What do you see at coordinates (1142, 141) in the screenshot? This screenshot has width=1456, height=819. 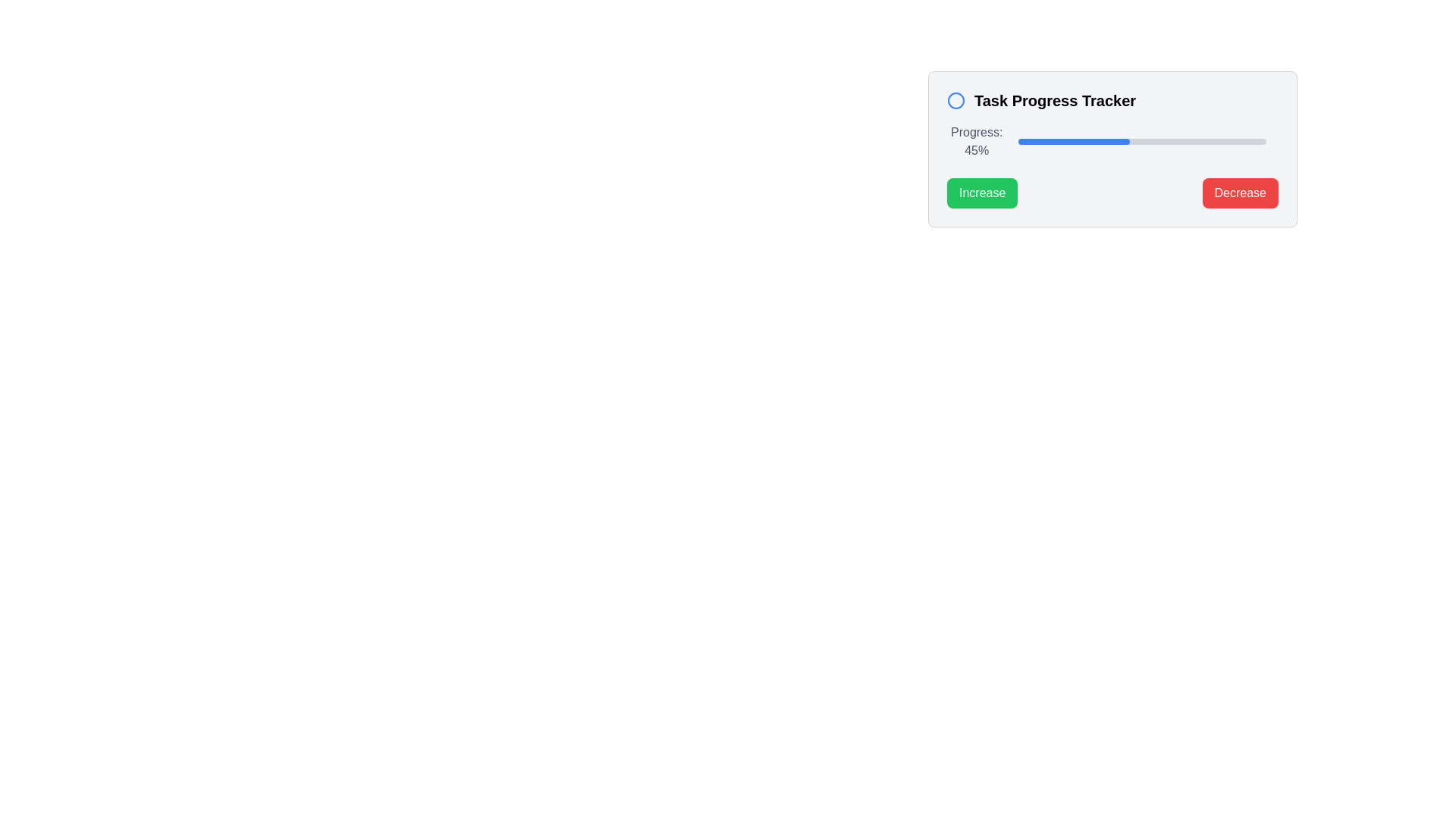 I see `the progress bar located in the card titled 'Task Progress Tracker' that indicates 45% completion, situated between the labels 'Progress: 45%' and the buttons 'Increase' and 'Decrease'` at bounding box center [1142, 141].